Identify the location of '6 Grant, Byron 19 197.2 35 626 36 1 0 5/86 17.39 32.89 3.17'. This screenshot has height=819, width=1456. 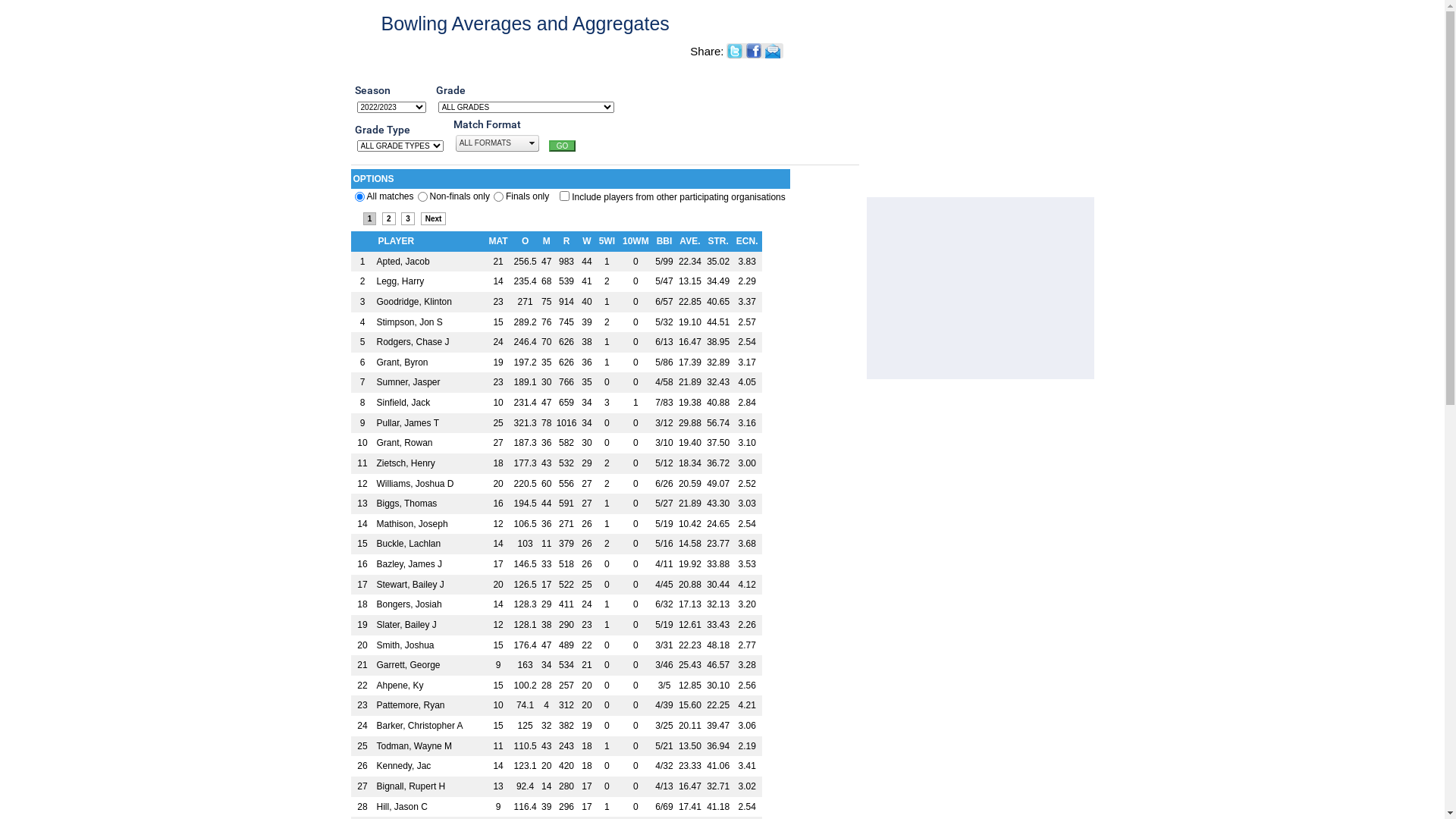
(555, 362).